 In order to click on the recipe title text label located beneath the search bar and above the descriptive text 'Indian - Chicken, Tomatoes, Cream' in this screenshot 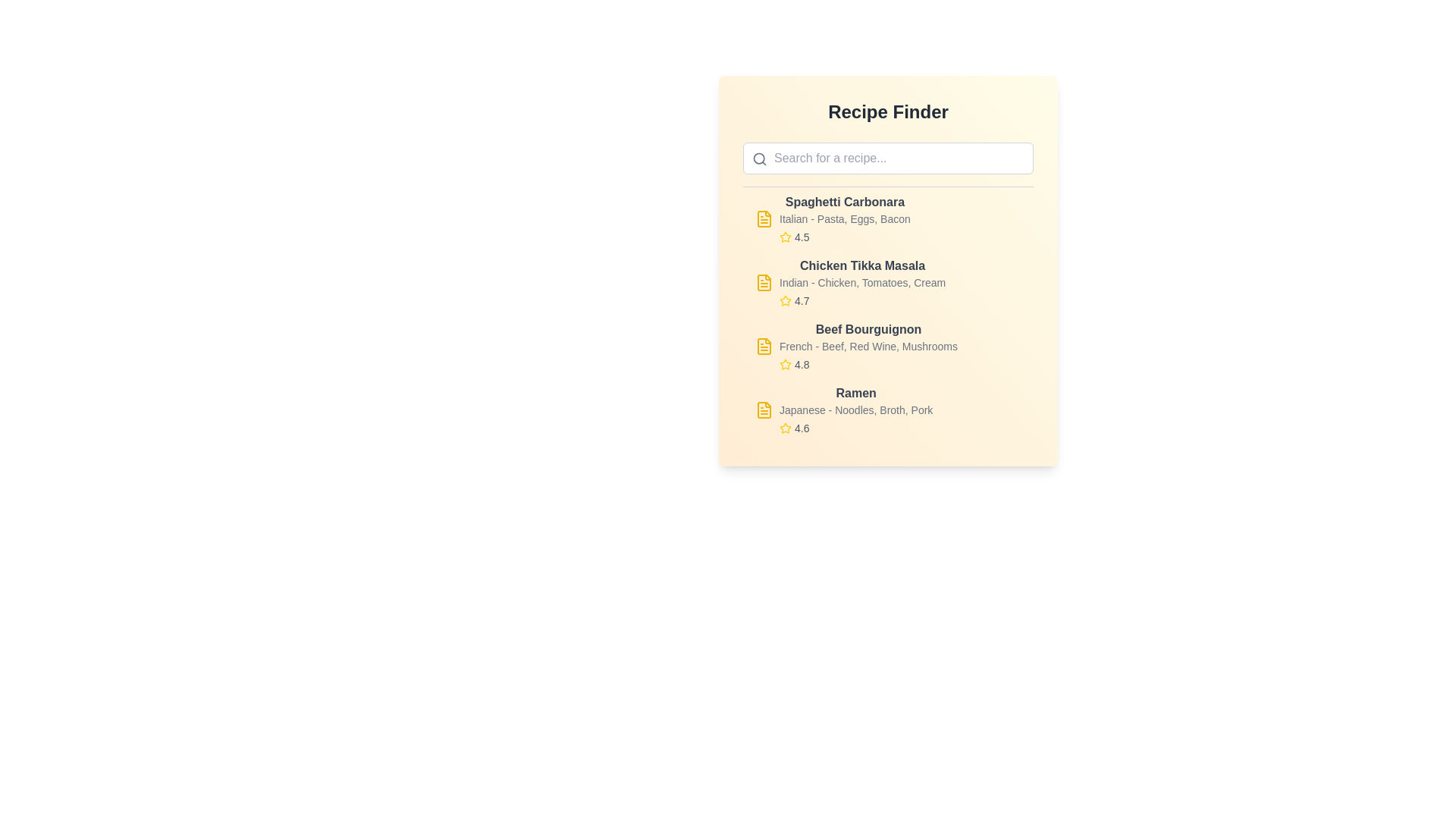, I will do `click(862, 265)`.